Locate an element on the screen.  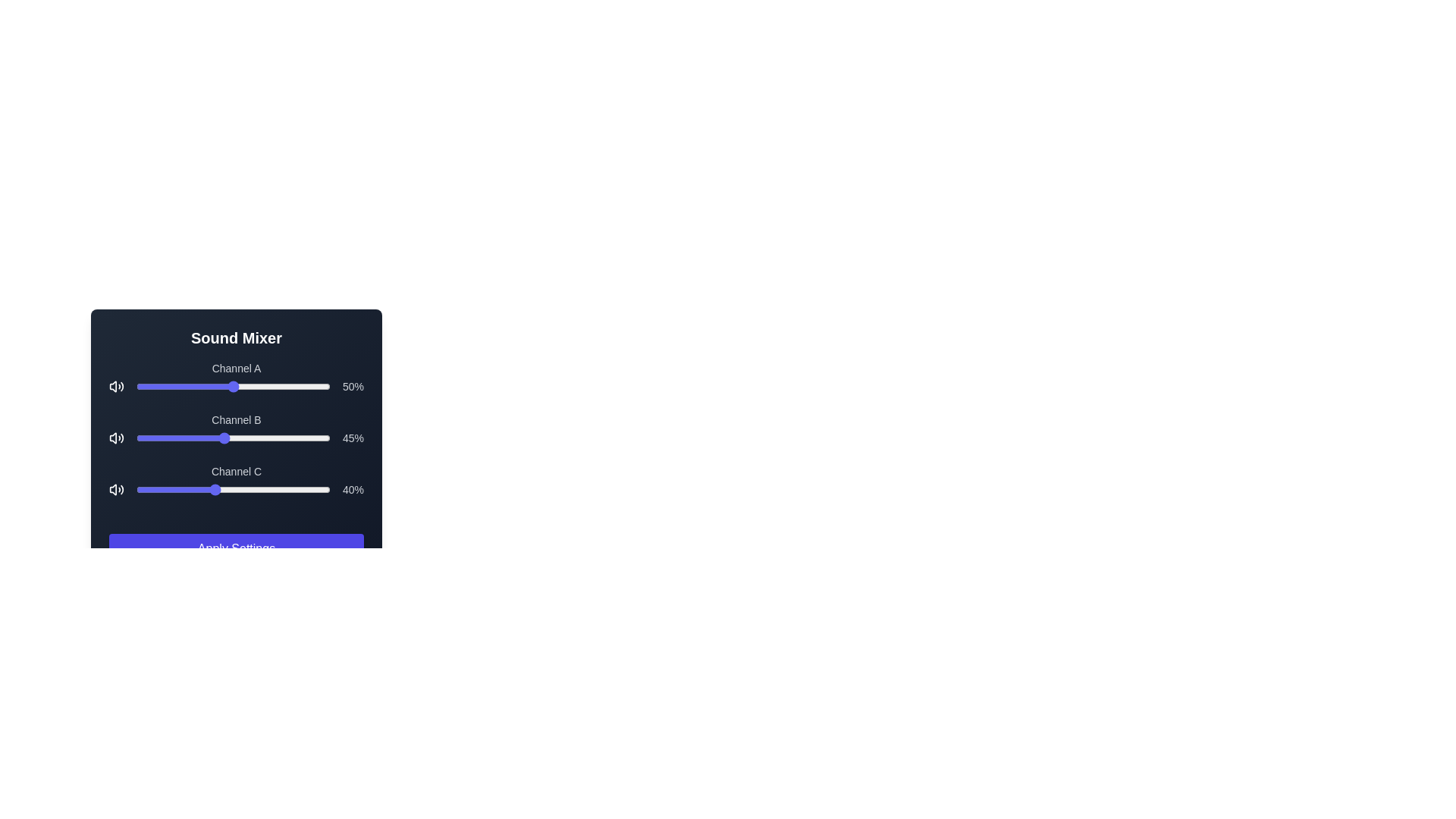
the Channel B volume is located at coordinates (179, 438).